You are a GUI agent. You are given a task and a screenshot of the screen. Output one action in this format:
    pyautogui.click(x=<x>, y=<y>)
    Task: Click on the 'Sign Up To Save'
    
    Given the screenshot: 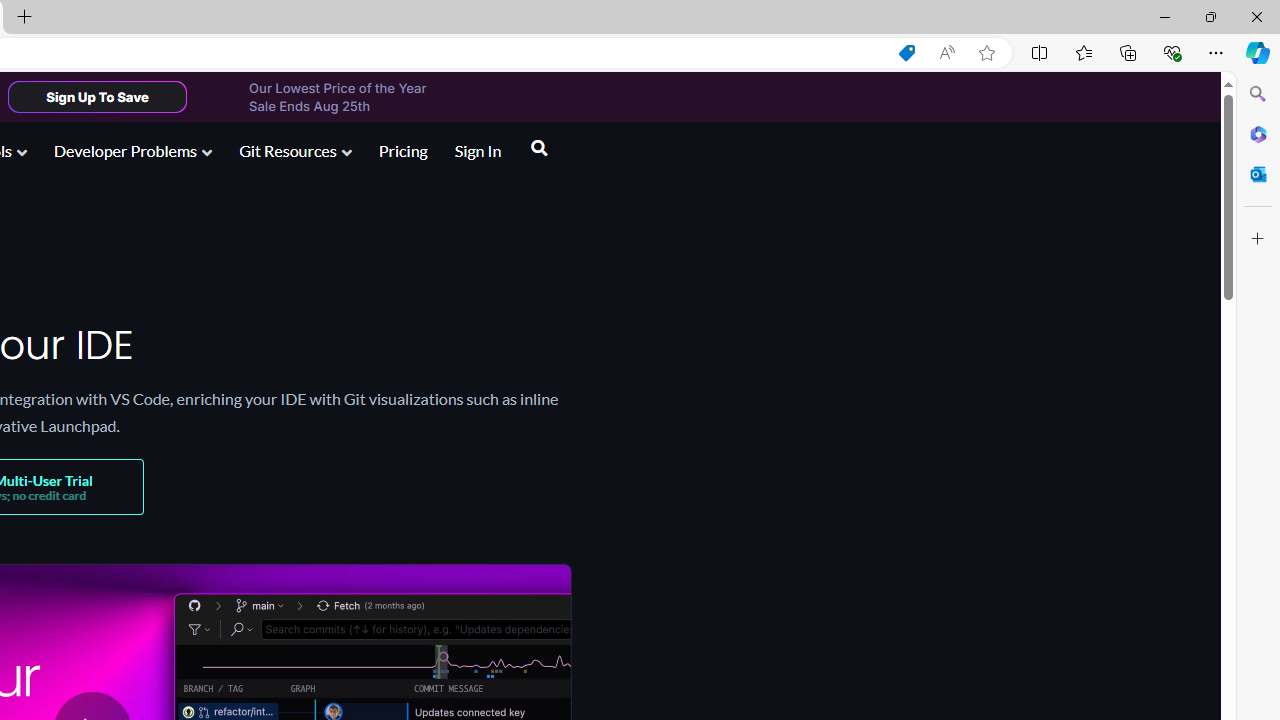 What is the action you would take?
    pyautogui.click(x=96, y=96)
    